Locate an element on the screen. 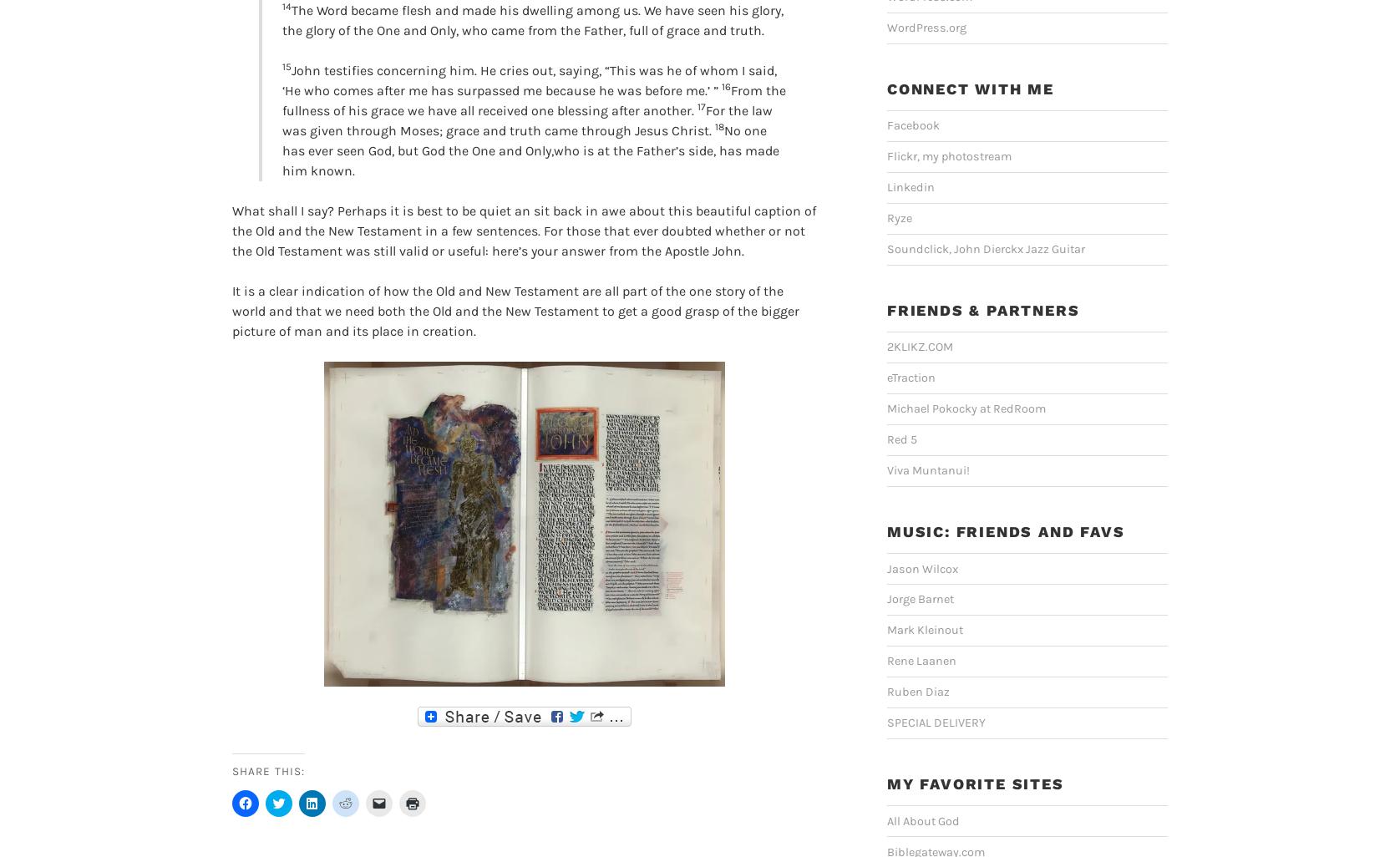  'Share this:' is located at coordinates (231, 770).